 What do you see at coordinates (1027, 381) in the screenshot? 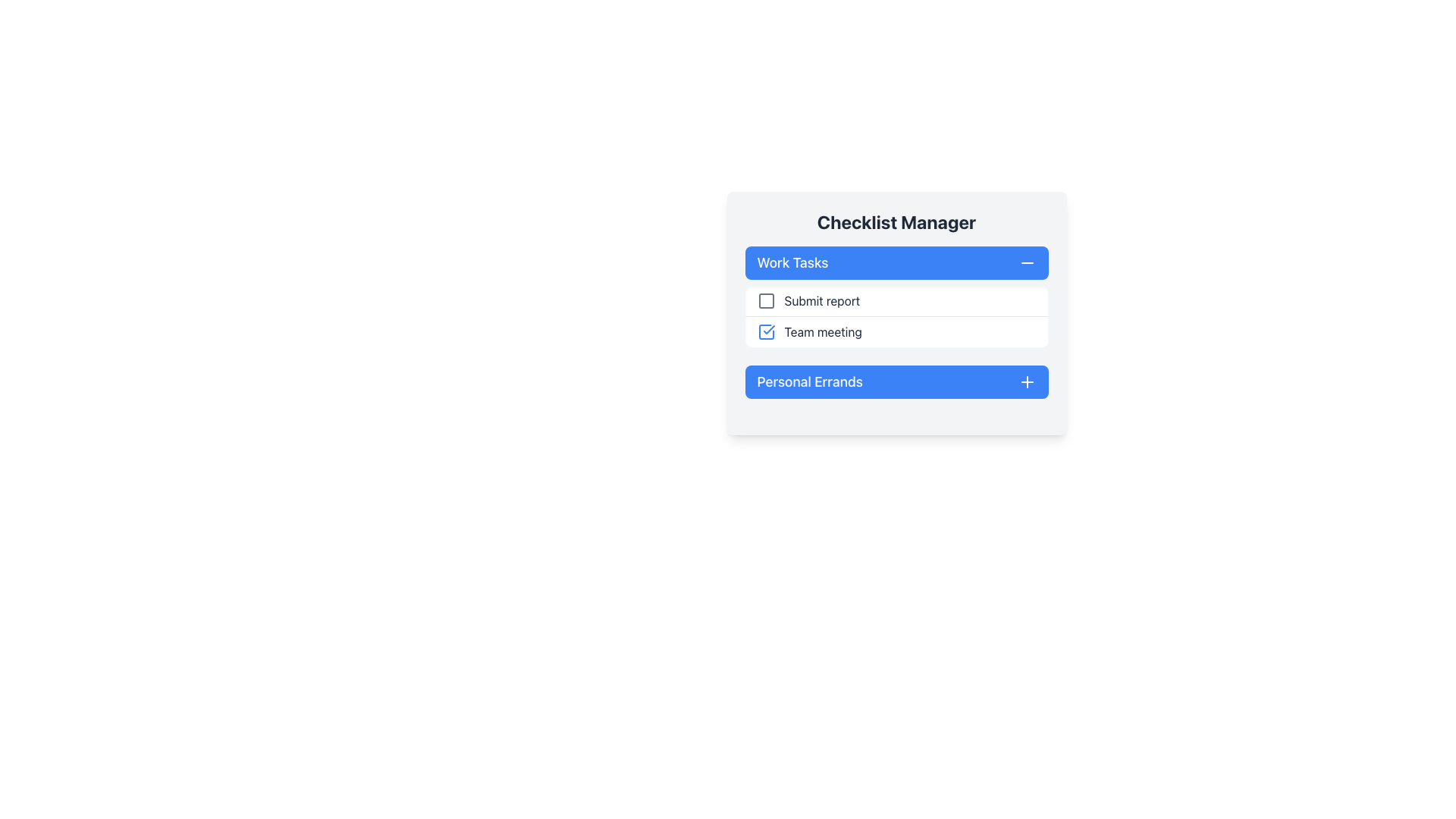
I see `the Icon for adding new items or tasks to the 'Personal Errands' category` at bounding box center [1027, 381].